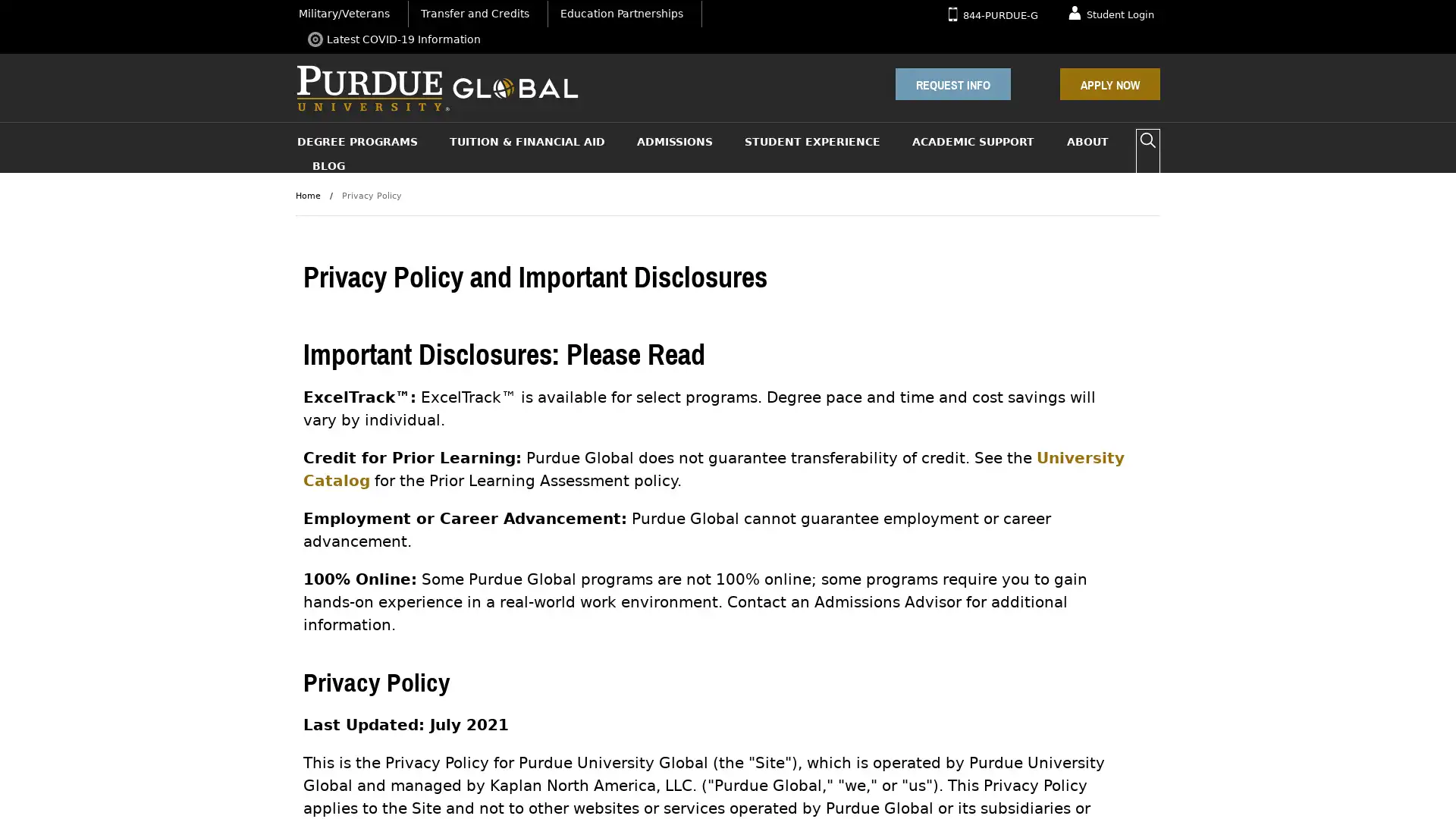  Describe the element at coordinates (1147, 140) in the screenshot. I see `Search` at that location.